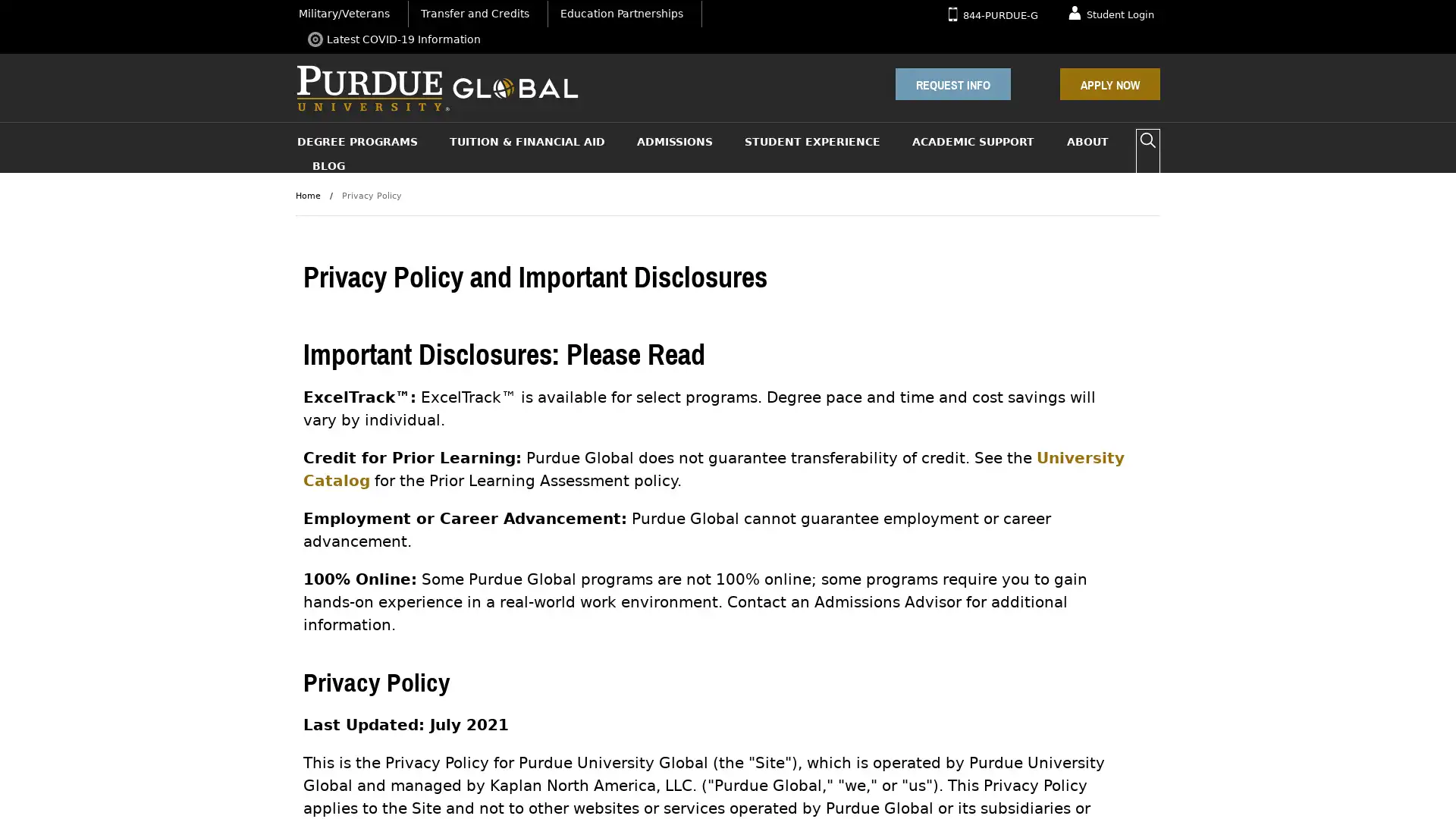  Describe the element at coordinates (1147, 140) in the screenshot. I see `Search` at that location.